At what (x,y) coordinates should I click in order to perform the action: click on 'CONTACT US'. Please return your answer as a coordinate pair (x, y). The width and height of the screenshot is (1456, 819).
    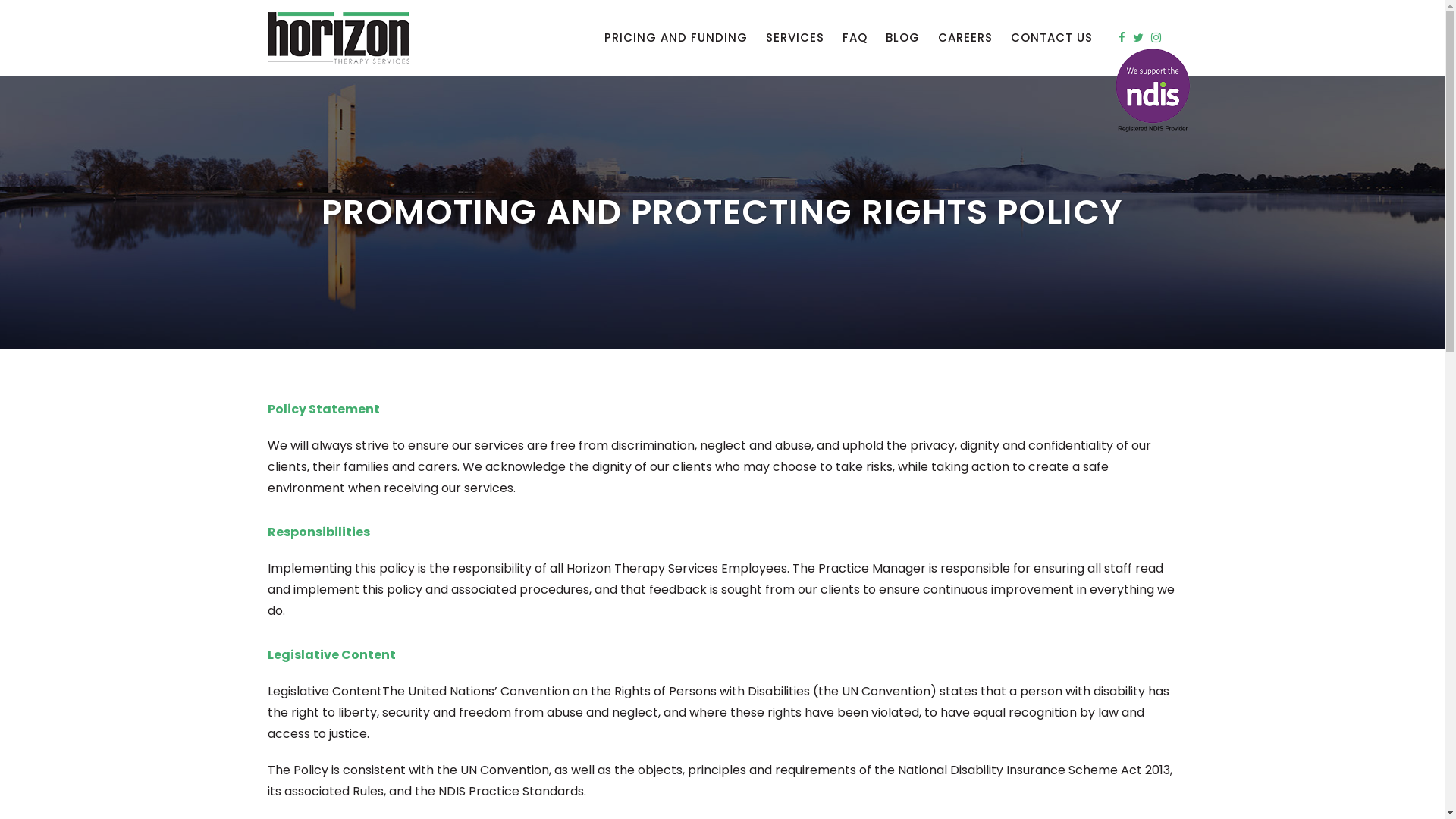
    Looking at the image, I should click on (1050, 37).